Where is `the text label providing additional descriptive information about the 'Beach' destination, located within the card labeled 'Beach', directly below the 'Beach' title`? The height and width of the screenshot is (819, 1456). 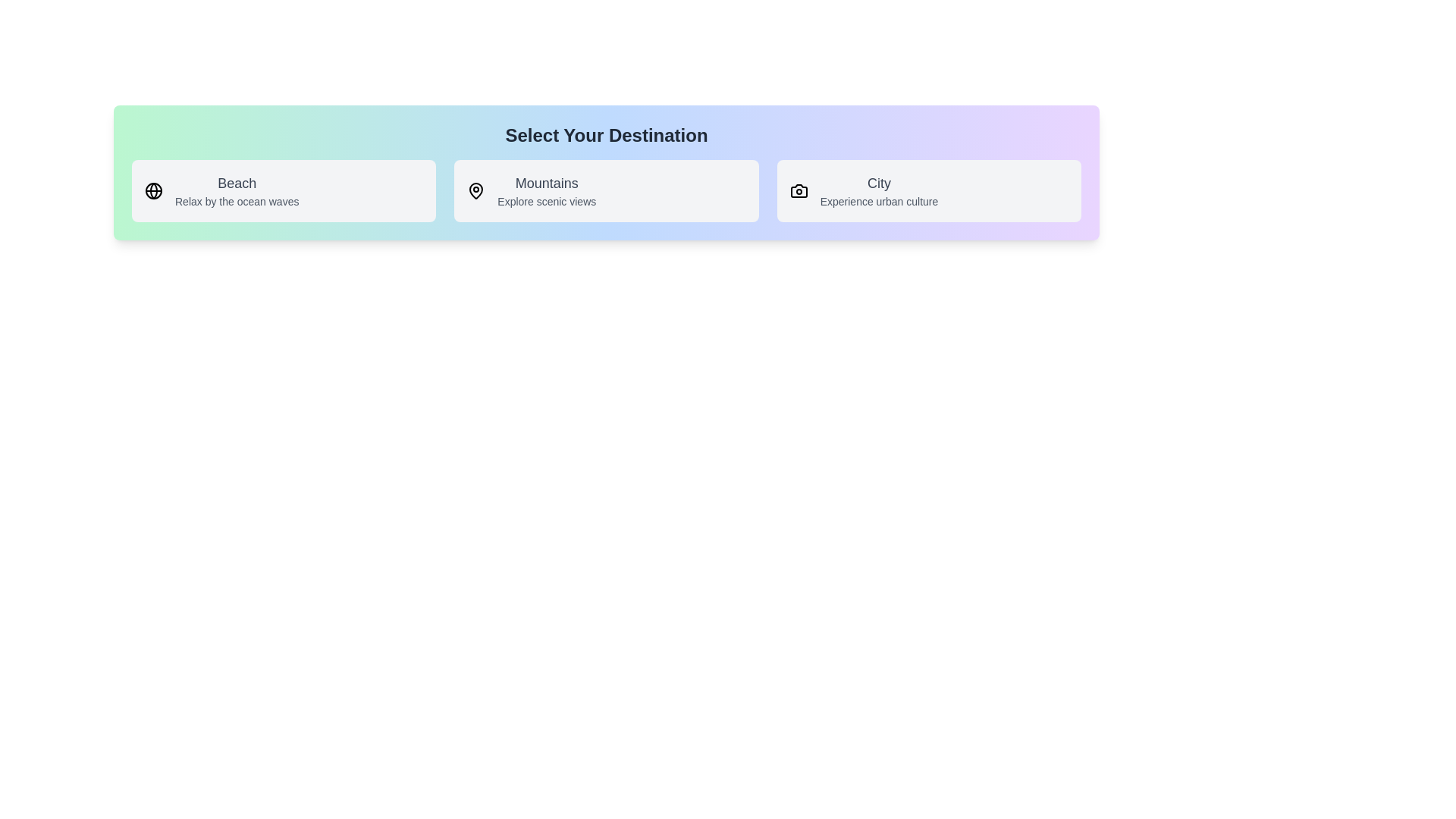
the text label providing additional descriptive information about the 'Beach' destination, located within the card labeled 'Beach', directly below the 'Beach' title is located at coordinates (236, 201).